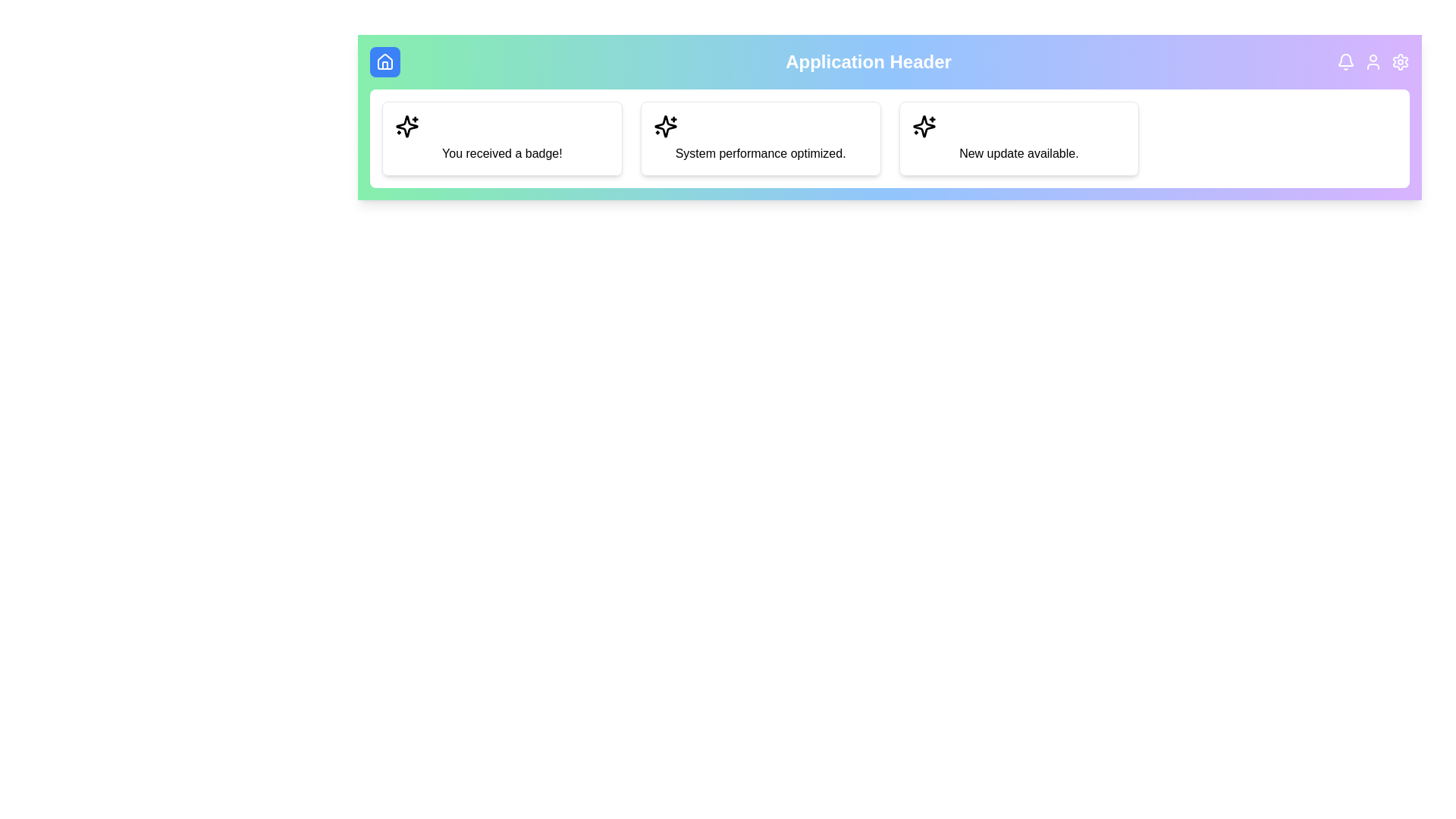 Image resolution: width=1456 pixels, height=819 pixels. Describe the element at coordinates (1373, 61) in the screenshot. I see `the user profile button` at that location.